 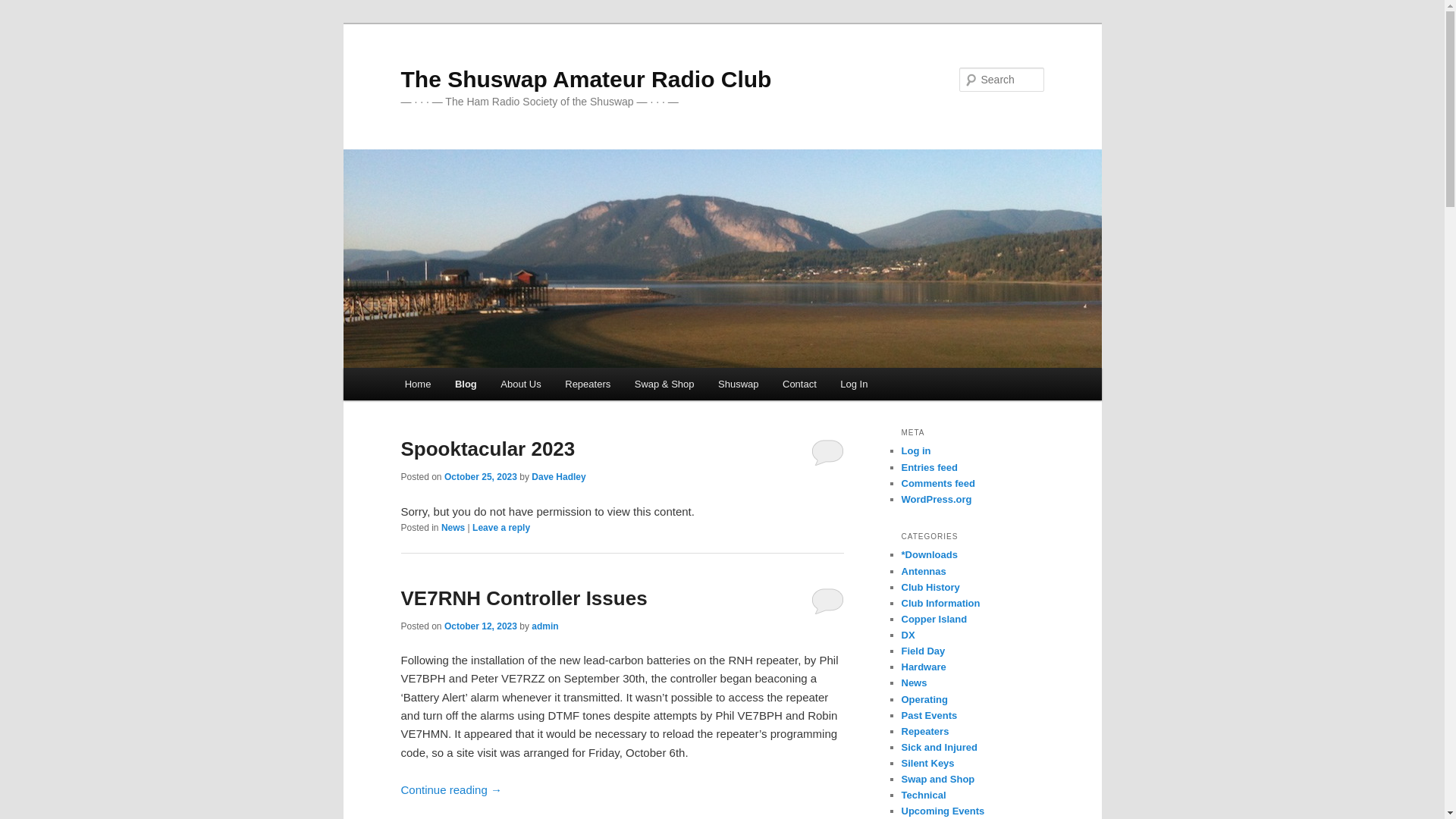 What do you see at coordinates (927, 466) in the screenshot?
I see `'Entries feed'` at bounding box center [927, 466].